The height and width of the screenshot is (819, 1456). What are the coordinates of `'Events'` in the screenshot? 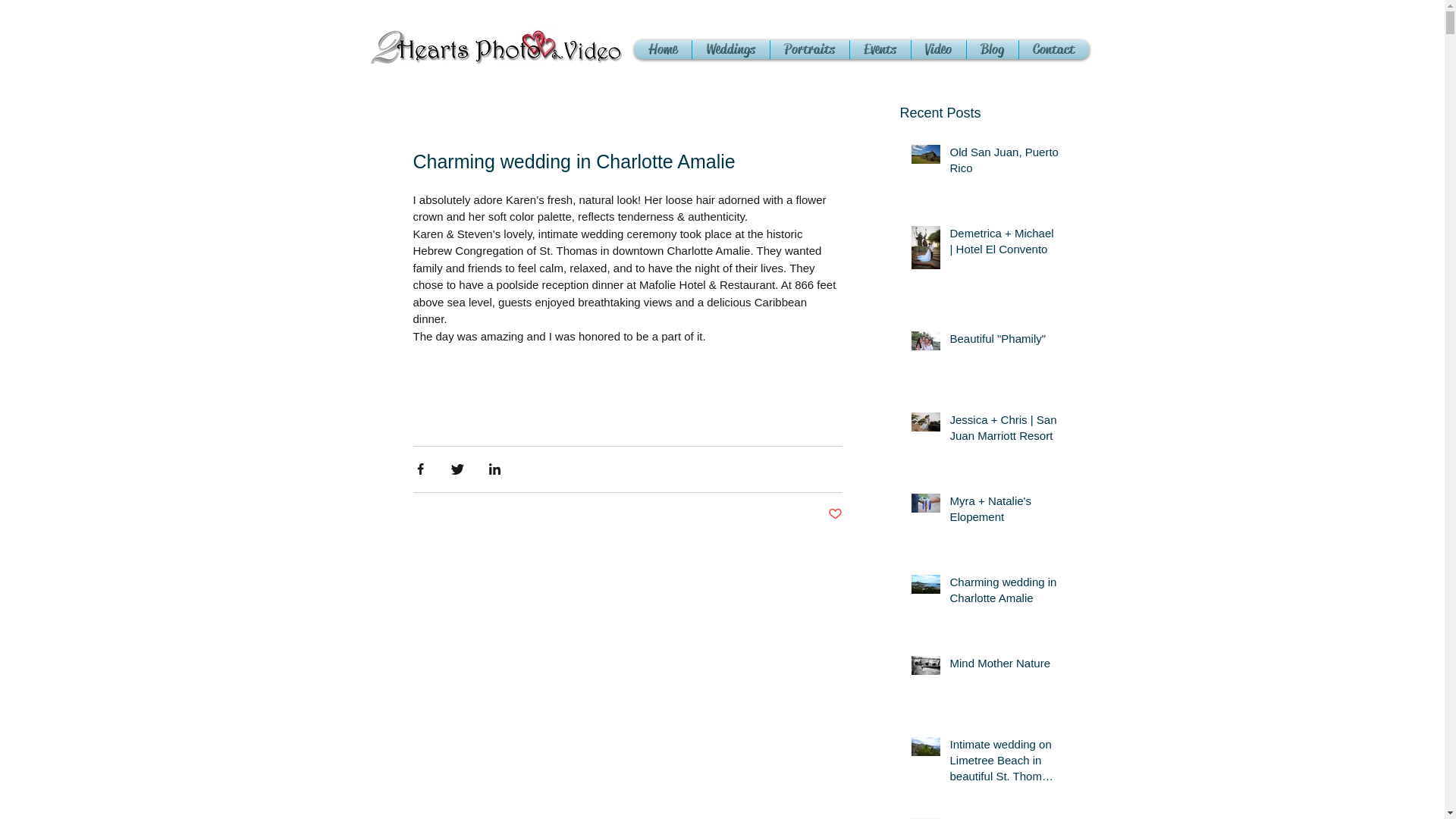 It's located at (880, 49).